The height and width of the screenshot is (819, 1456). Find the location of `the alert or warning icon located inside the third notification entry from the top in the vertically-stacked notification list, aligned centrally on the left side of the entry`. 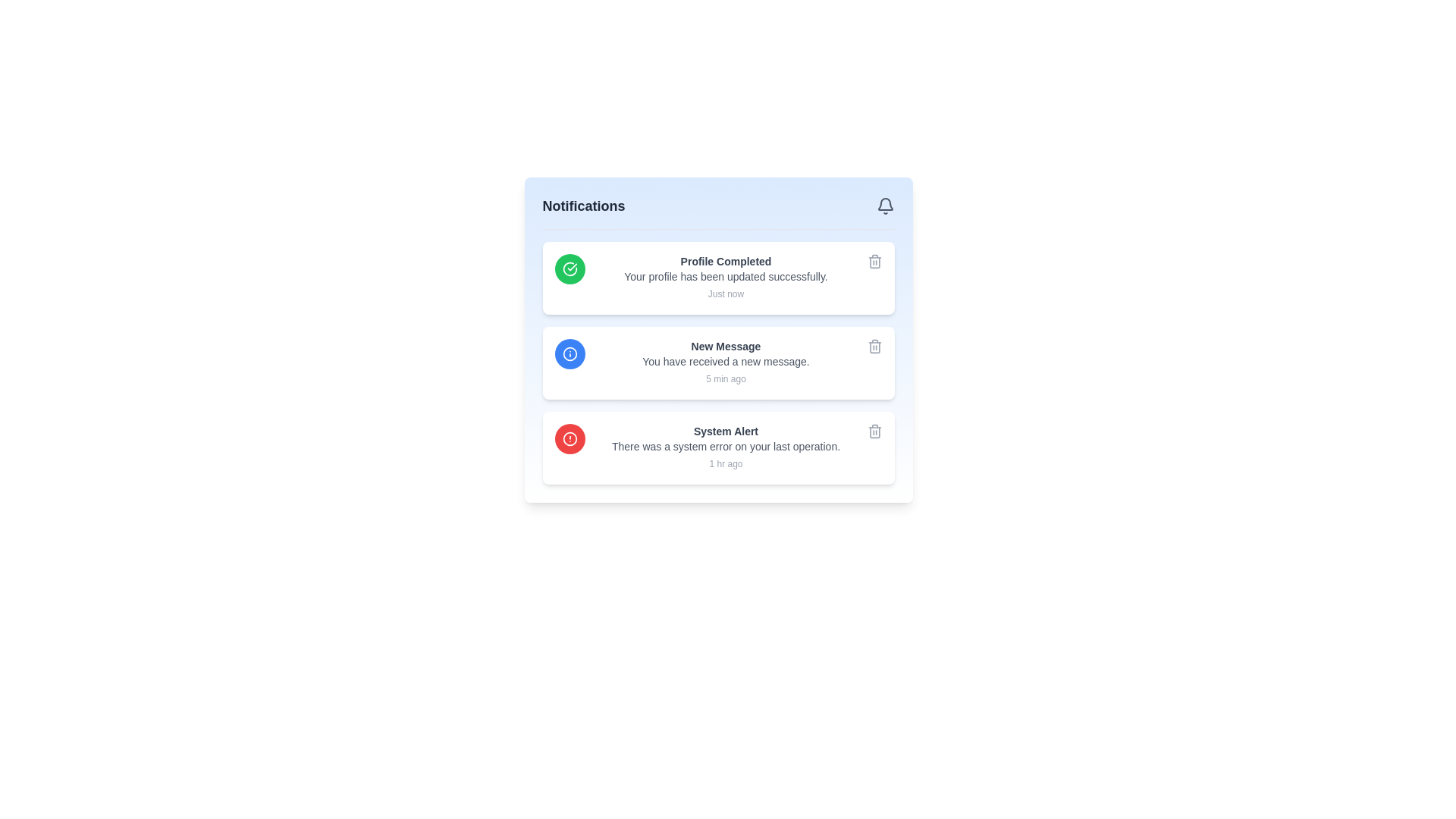

the alert or warning icon located inside the third notification entry from the top in the vertically-stacked notification list, aligned centrally on the left side of the entry is located at coordinates (569, 438).